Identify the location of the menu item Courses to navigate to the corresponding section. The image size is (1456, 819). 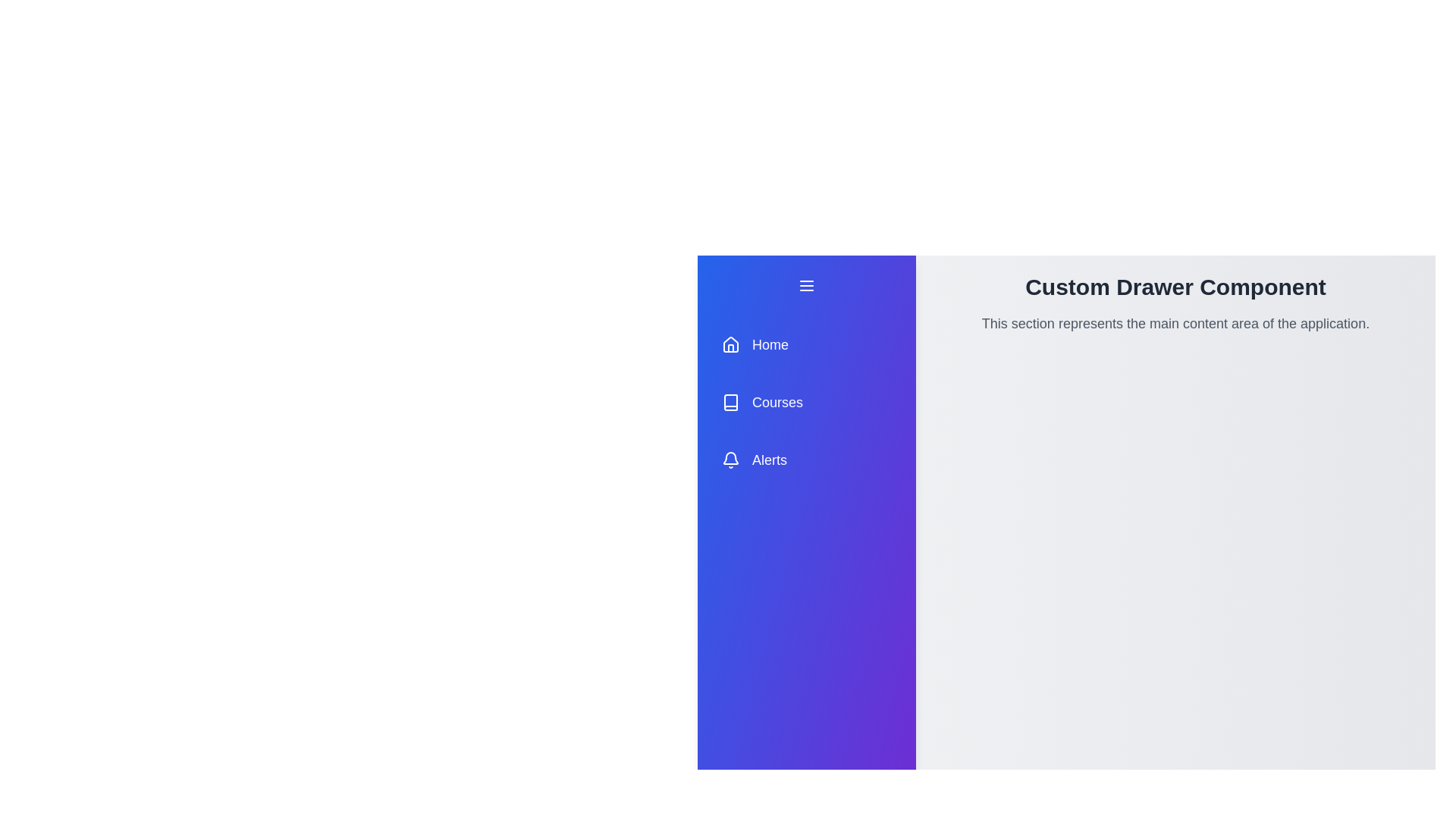
(806, 402).